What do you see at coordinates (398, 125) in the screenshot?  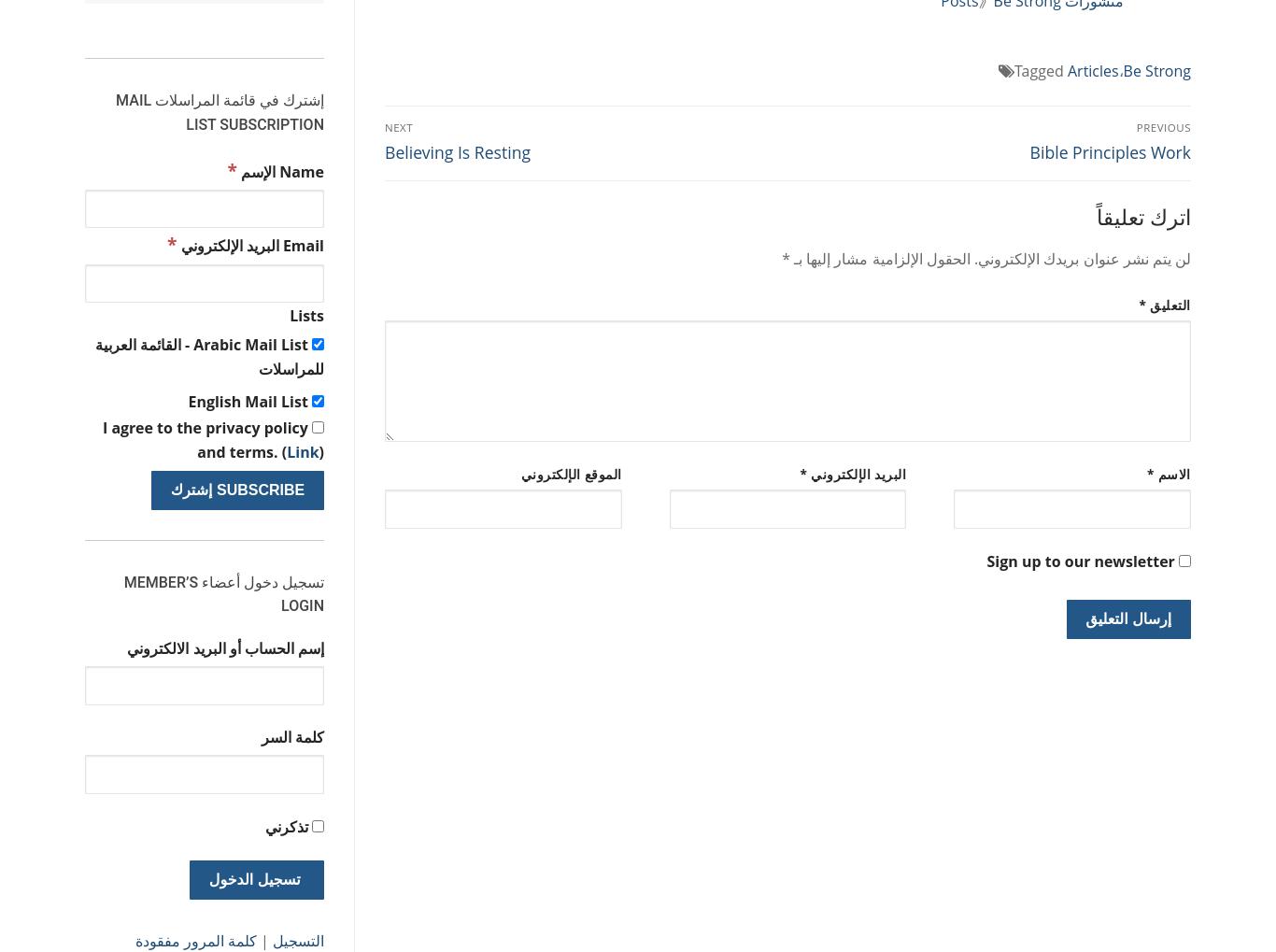 I see `'Next'` at bounding box center [398, 125].